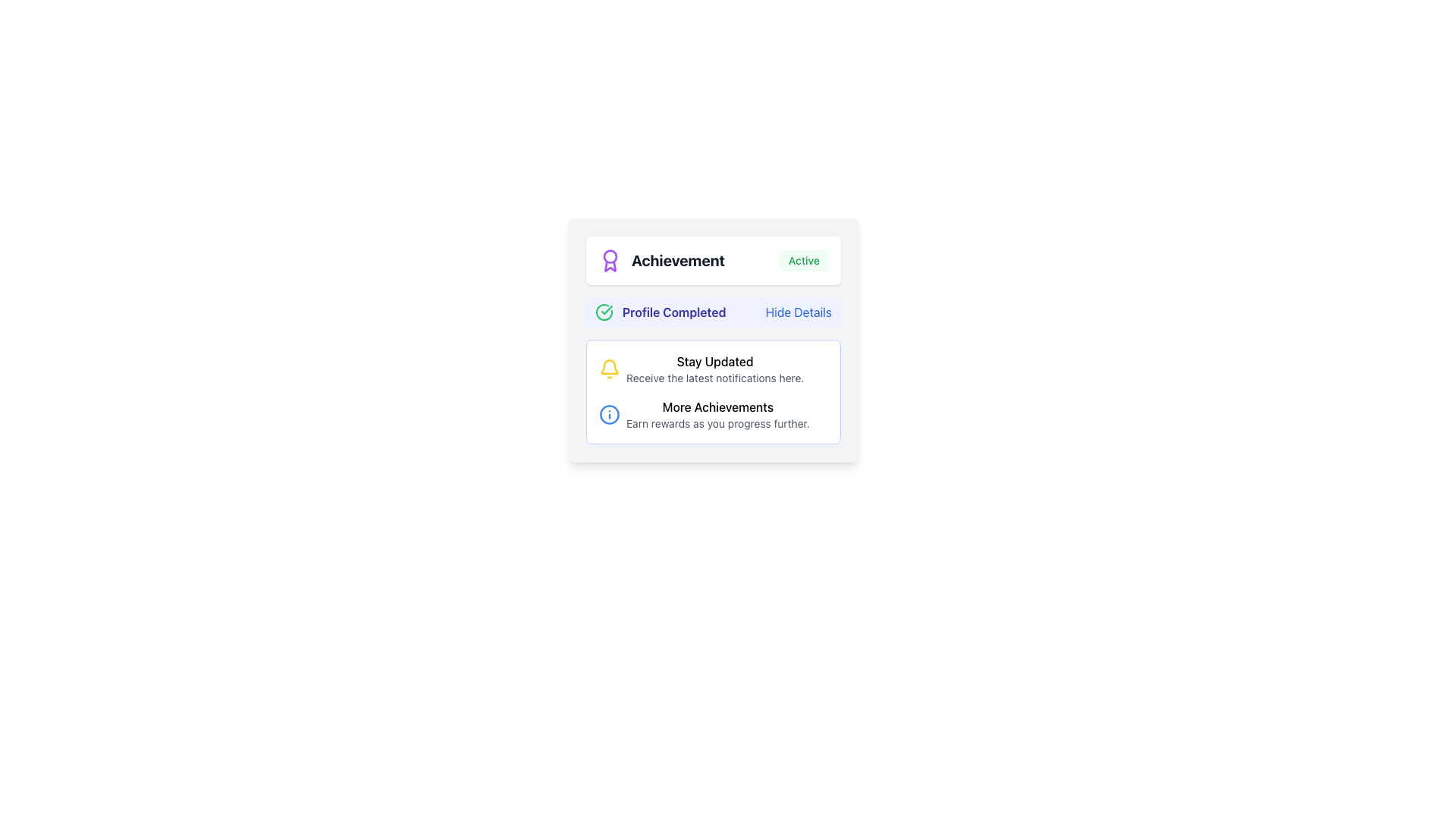 The width and height of the screenshot is (1456, 819). I want to click on the yellow bell icon located near the 'Achievement' text in the top-left portion of the interface, so click(610, 367).